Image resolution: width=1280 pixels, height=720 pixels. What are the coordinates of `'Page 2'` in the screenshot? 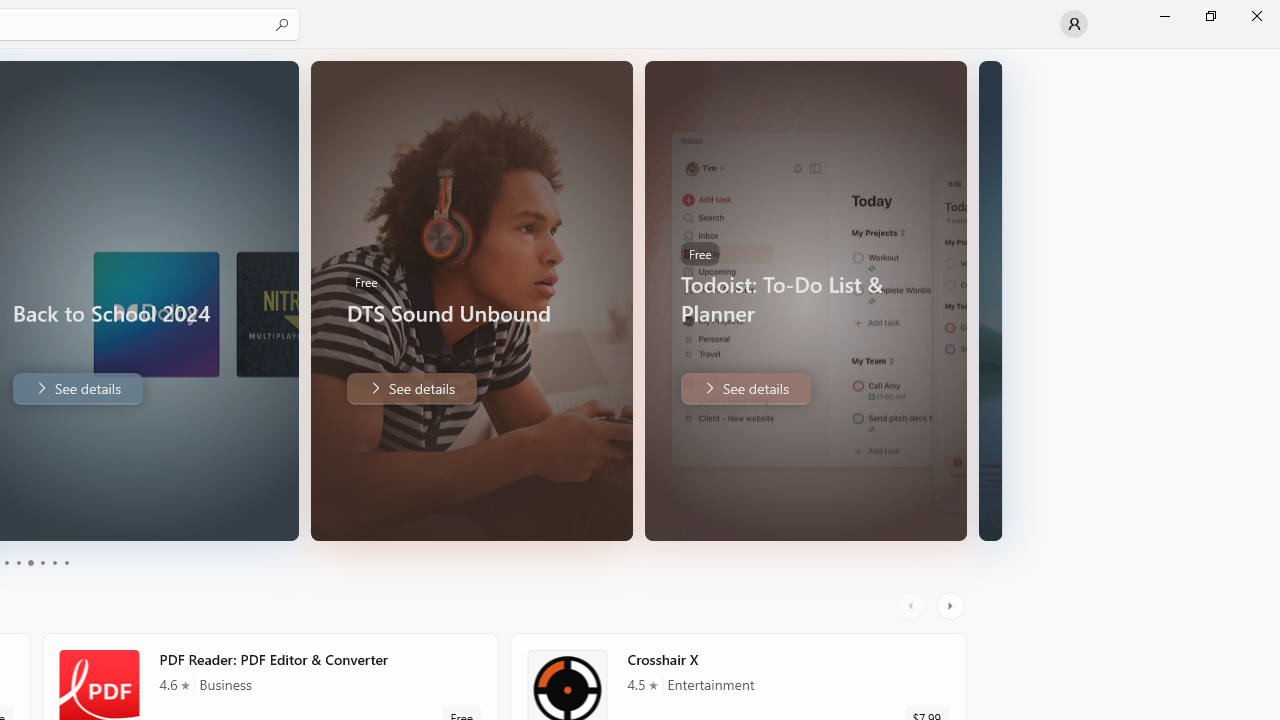 It's located at (17, 563).